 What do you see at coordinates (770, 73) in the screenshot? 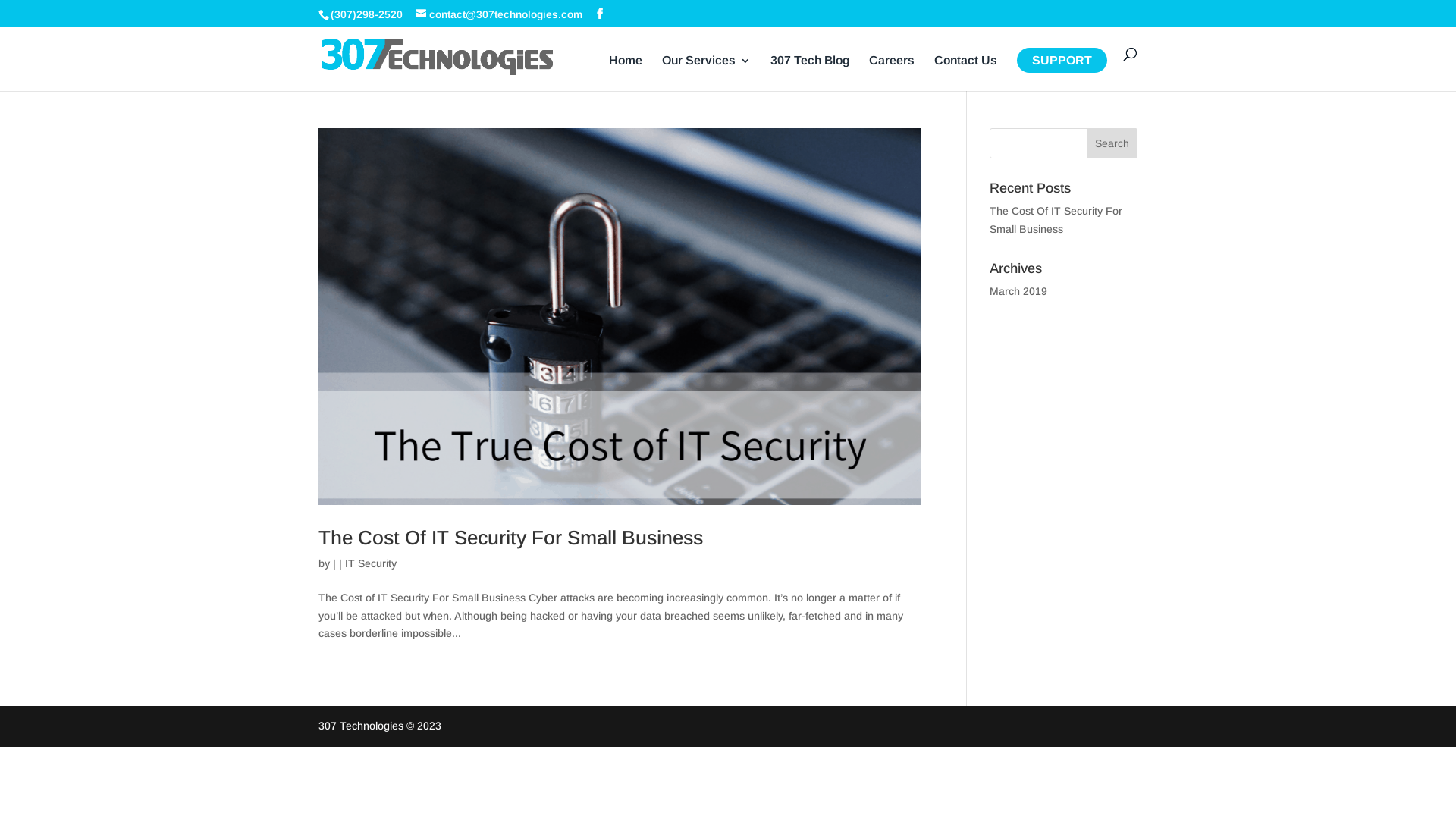
I see `'307 Tech Blog'` at bounding box center [770, 73].